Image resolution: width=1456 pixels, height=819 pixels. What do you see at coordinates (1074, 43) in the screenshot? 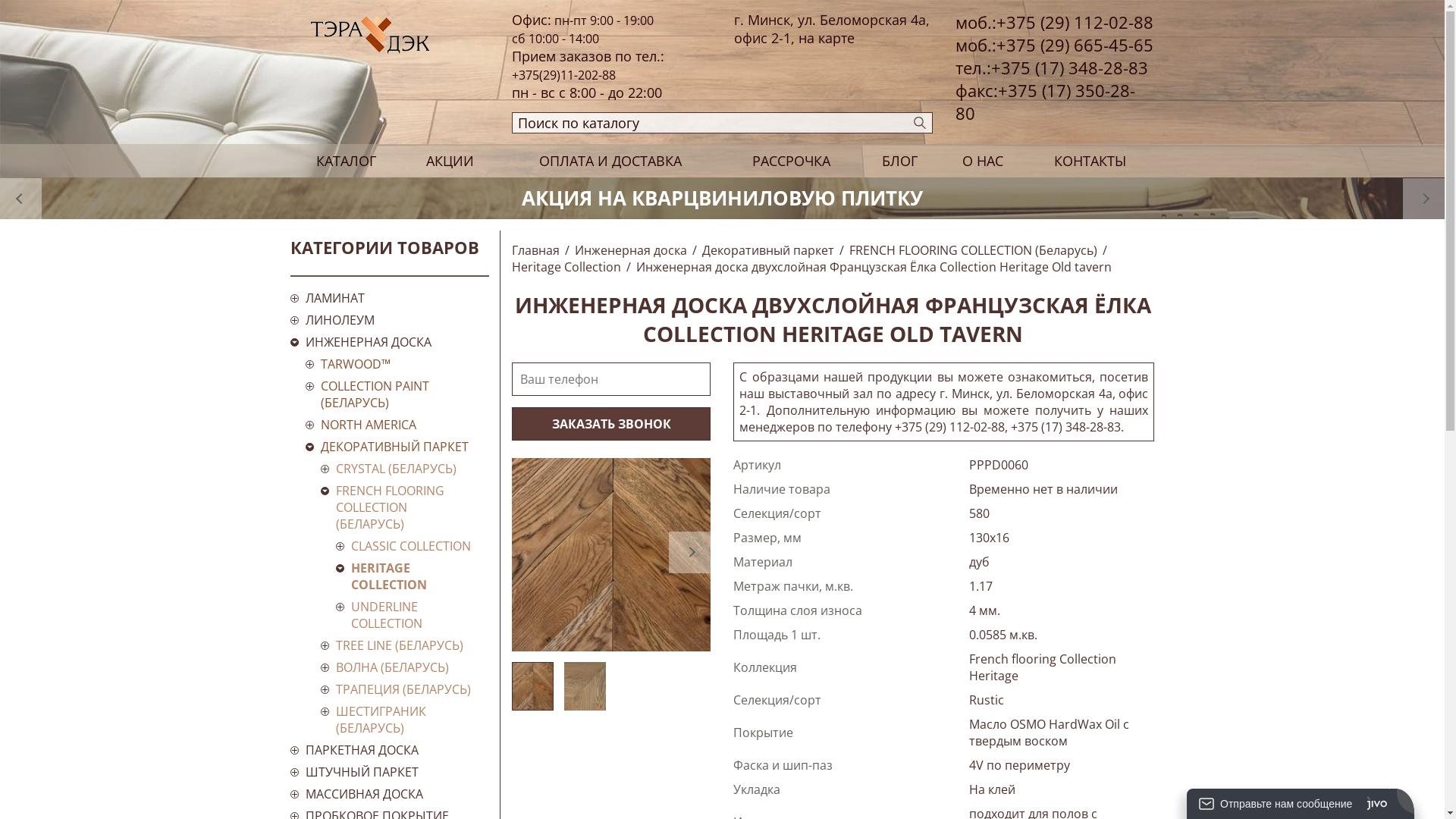
I see `'+375 (29) 665-45-65'` at bounding box center [1074, 43].